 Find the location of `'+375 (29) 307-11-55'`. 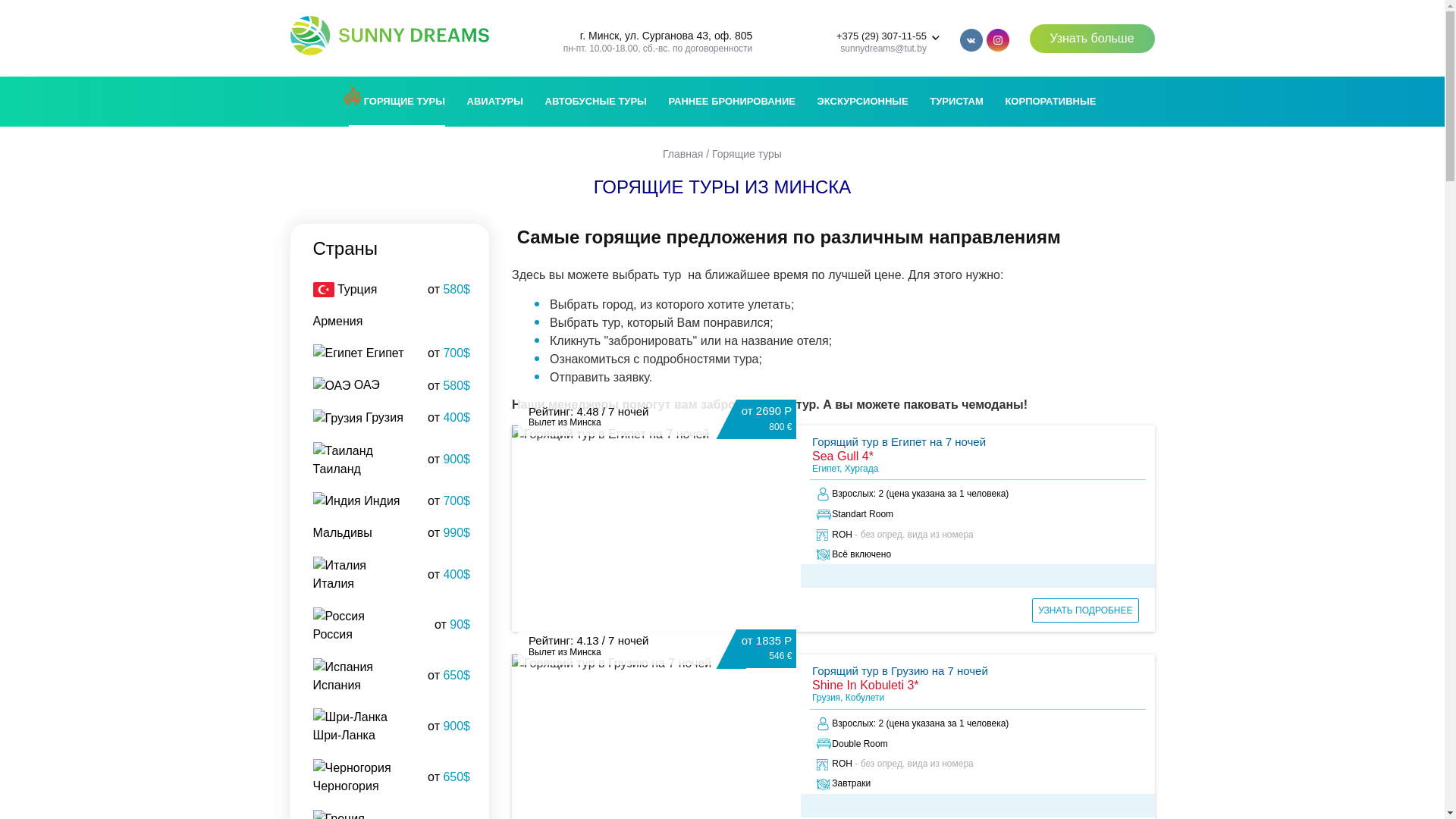

'+375 (29) 307-11-55' is located at coordinates (881, 35).